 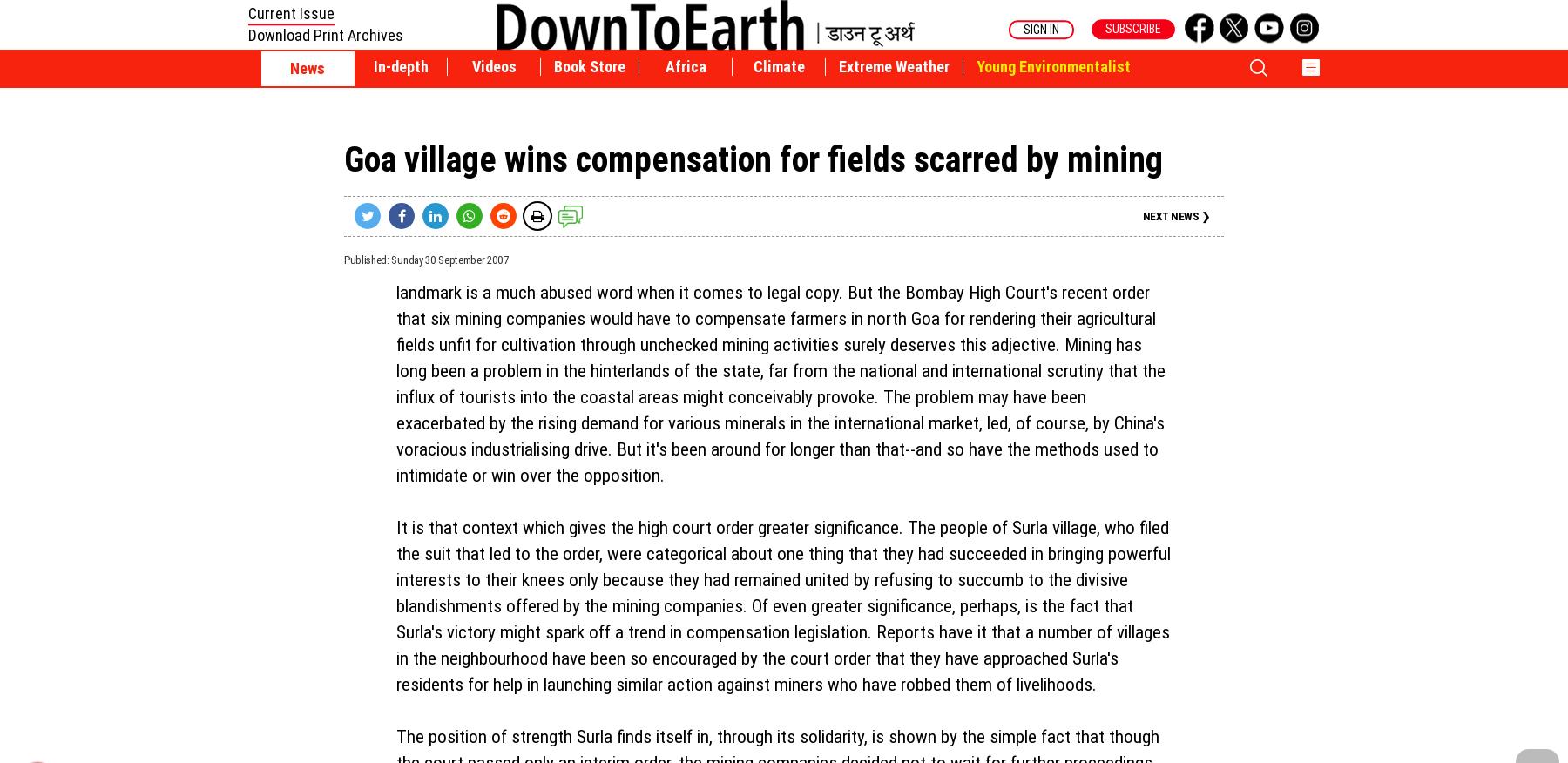 I want to click on 'is a much abused word when it comes to legal copy. But the Bombay High Court's recent order that six mining companies would have to compensate farmers in north Goa for rendering their agricultural fields unfit for cultivation through unchecked mining activities surely deserves this adjective. Mining has long been a problem in the hinterlands of the state, far from the national and international scrutiny that the influx of tourists into the coastal areas might conceivably provoke. The problem may have been exacerbated by the rising demand for various minerals in the international market, led, of course, by China's voracious industrialising drive. But it's been around for longer than that--and so have the methods used to intimidate or win over the opposition.', so click(x=395, y=382).